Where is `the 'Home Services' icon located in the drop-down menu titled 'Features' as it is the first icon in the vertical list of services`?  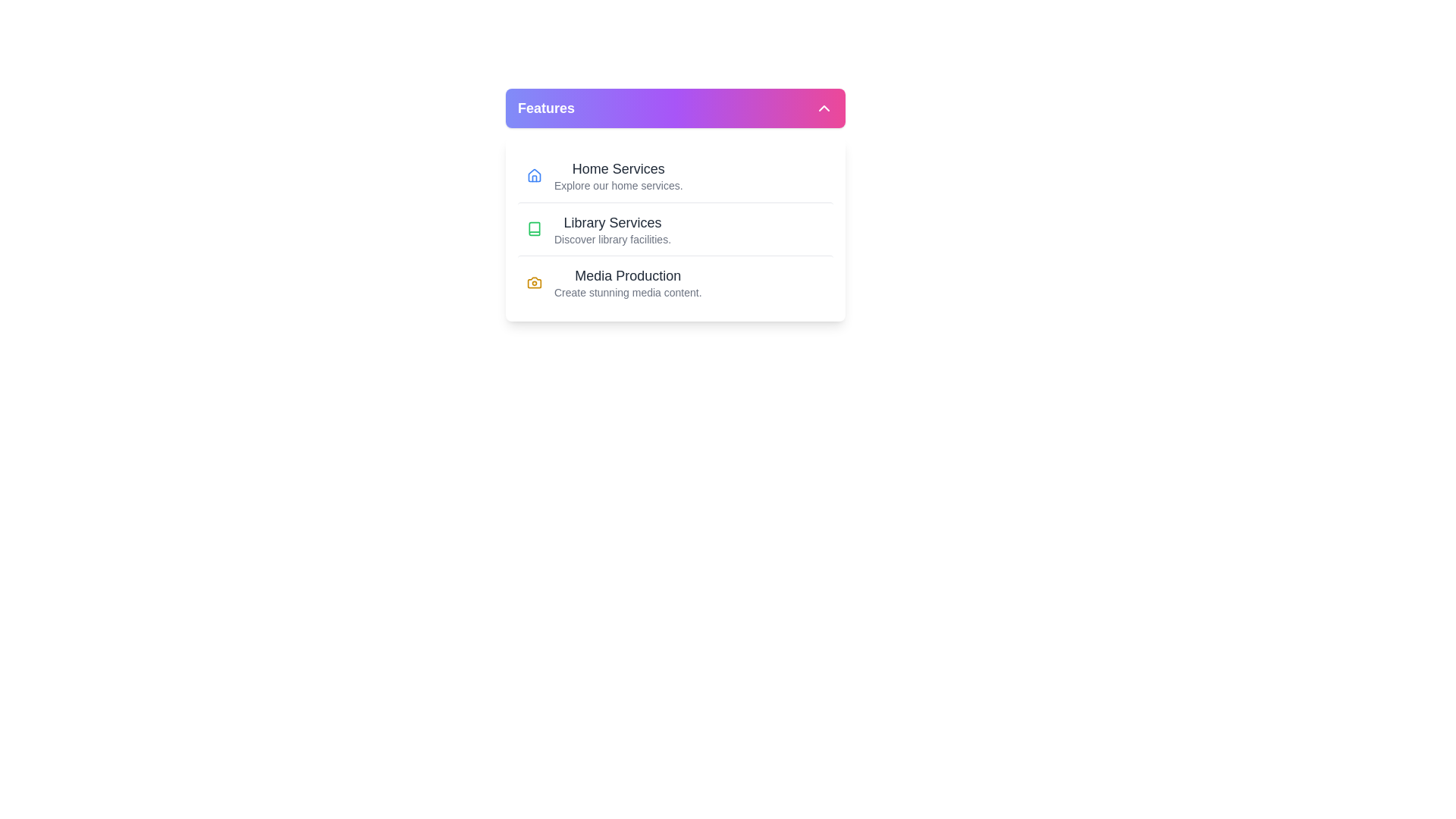
the 'Home Services' icon located in the drop-down menu titled 'Features' as it is the first icon in the vertical list of services is located at coordinates (535, 174).